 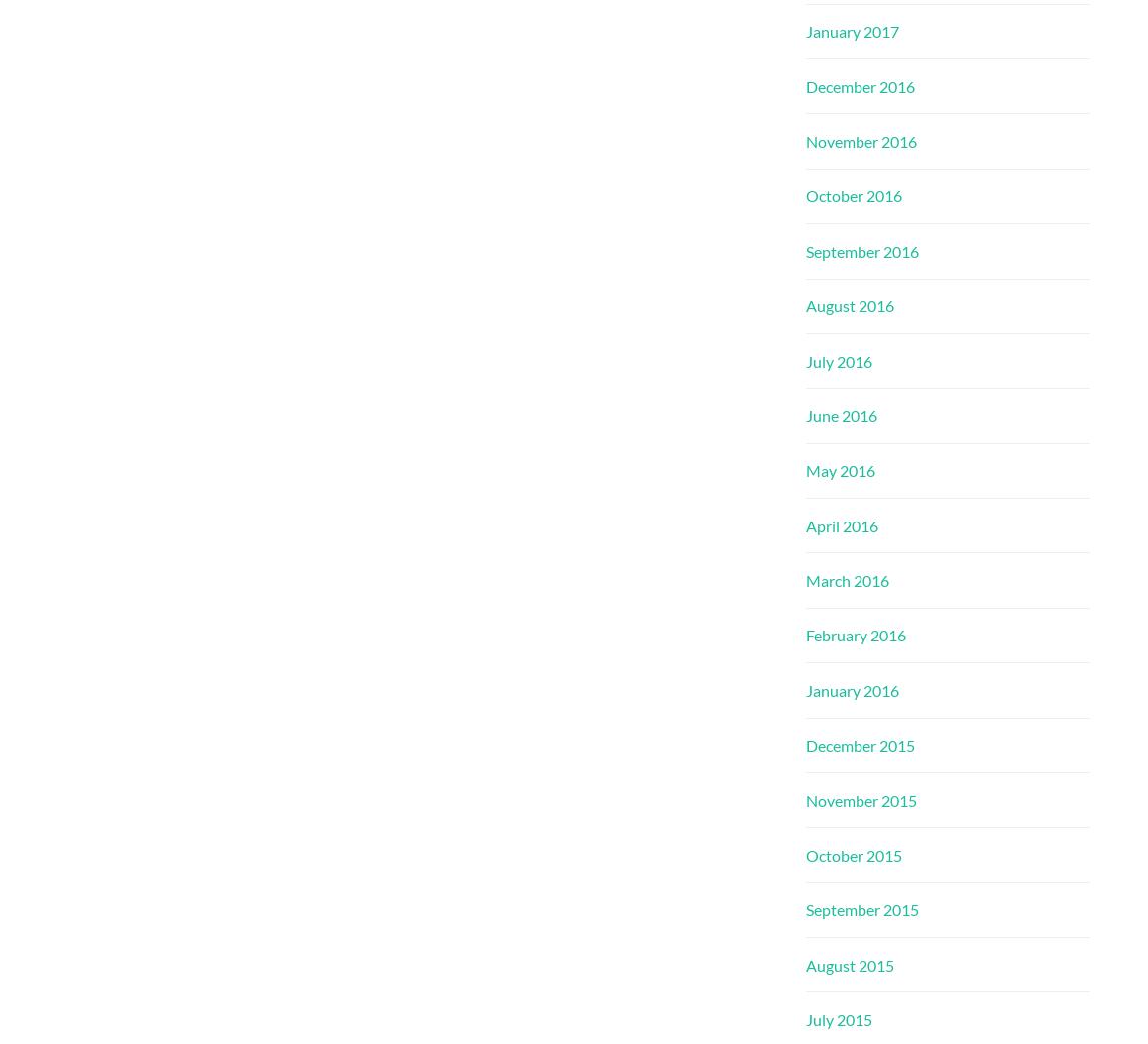 I want to click on 'July 2016', so click(x=838, y=359).